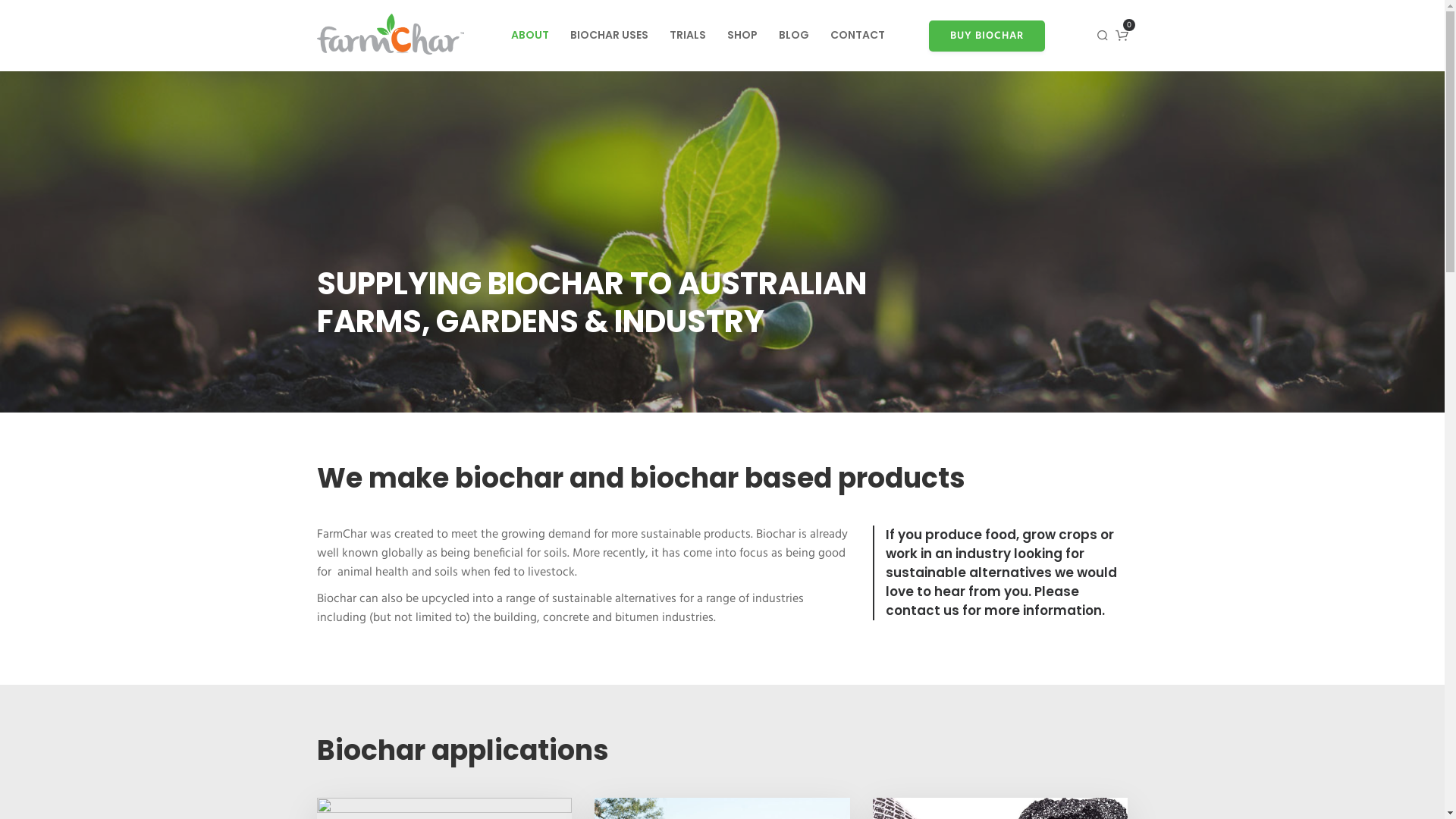  I want to click on 'ABOUT', so click(510, 34).